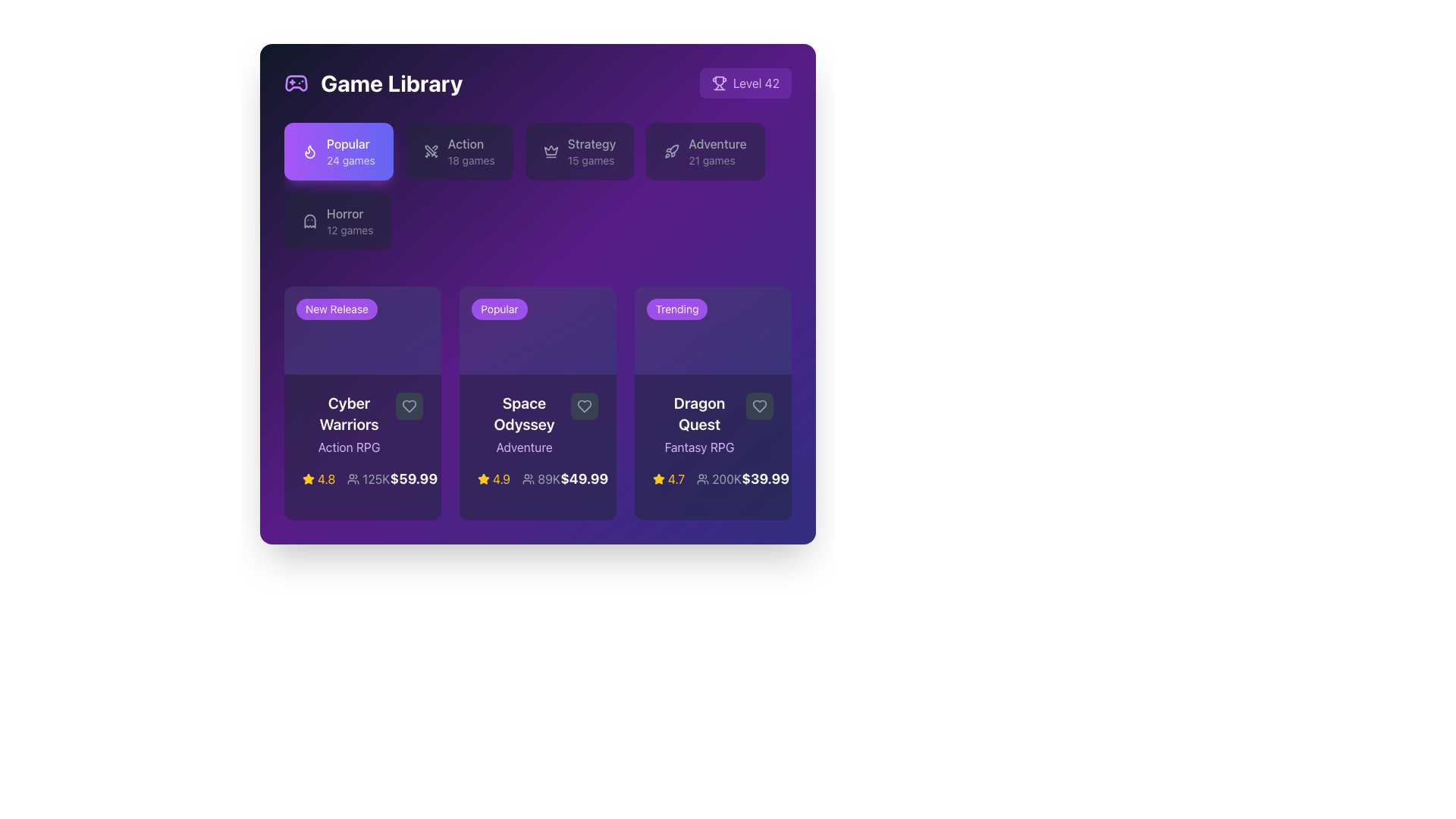  Describe the element at coordinates (345, 479) in the screenshot. I see `the text label indicating the number of users or reviews for the game 'Cyber Warriors', positioned to the right of the yellow rating star and user icon` at that location.